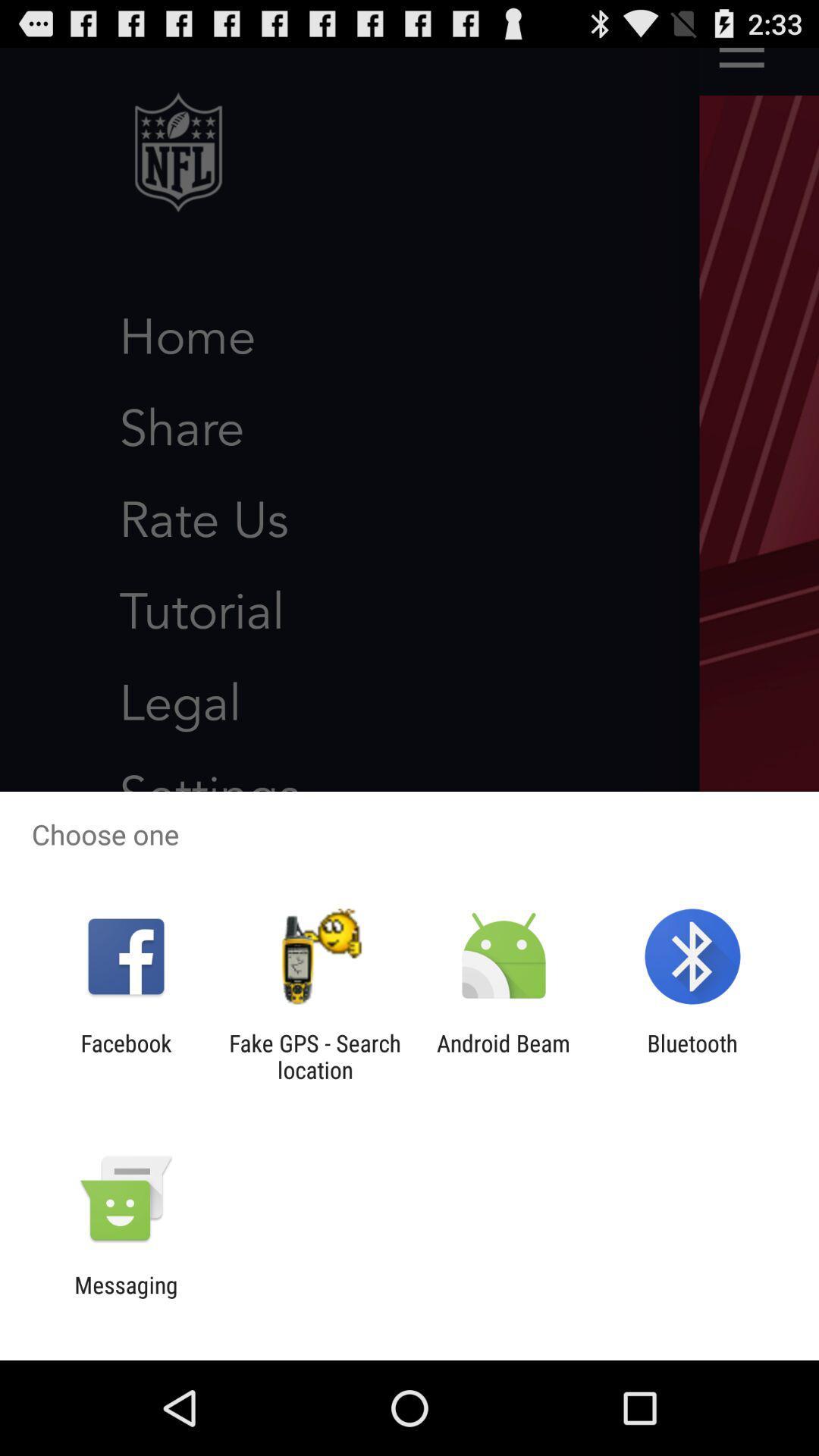 The image size is (819, 1456). I want to click on messaging, so click(125, 1298).